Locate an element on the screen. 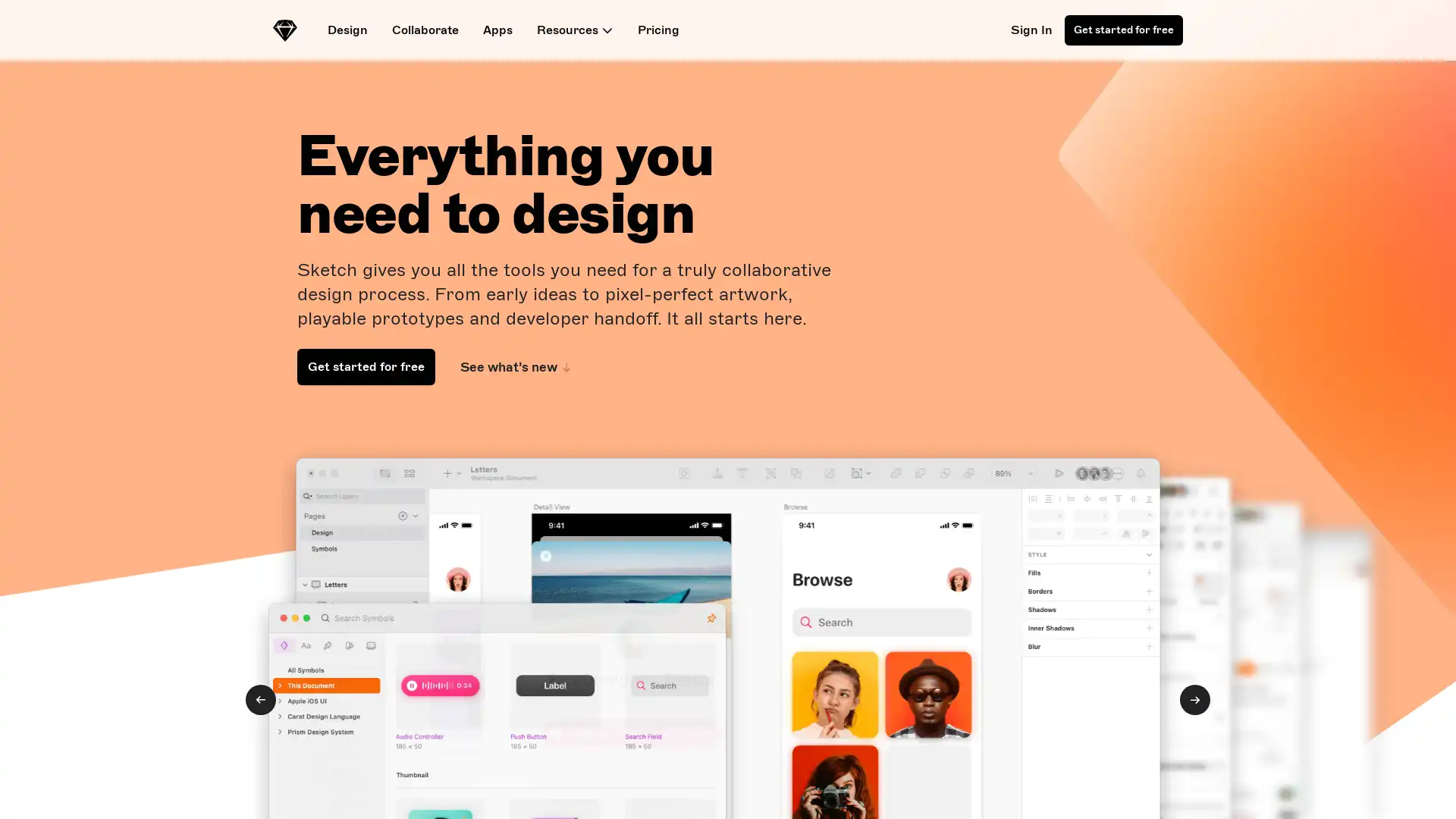 This screenshot has height=819, width=1456. Collaborate is located at coordinates (1194, 699).